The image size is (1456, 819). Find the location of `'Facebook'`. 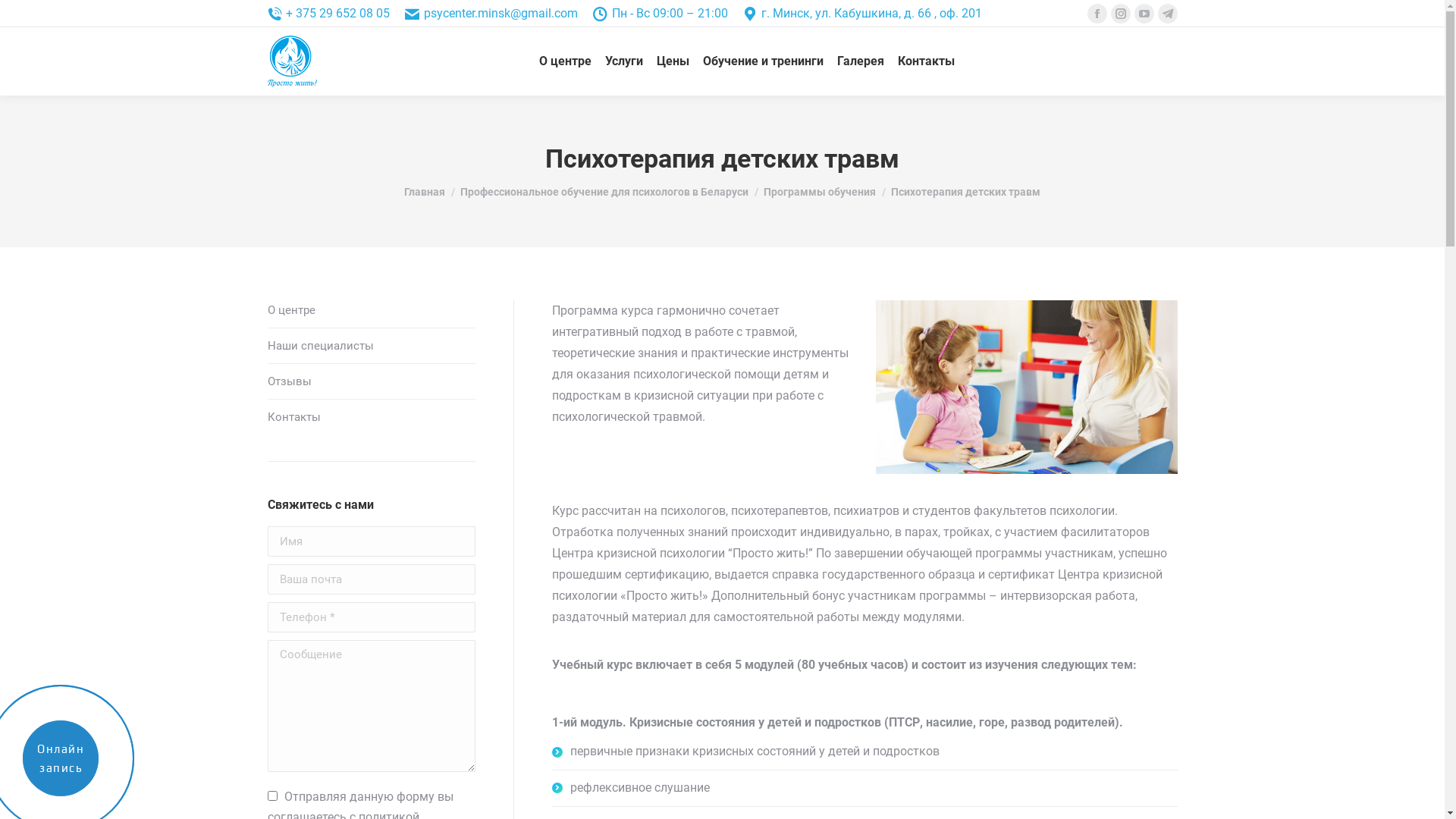

'Facebook' is located at coordinates (1097, 14).